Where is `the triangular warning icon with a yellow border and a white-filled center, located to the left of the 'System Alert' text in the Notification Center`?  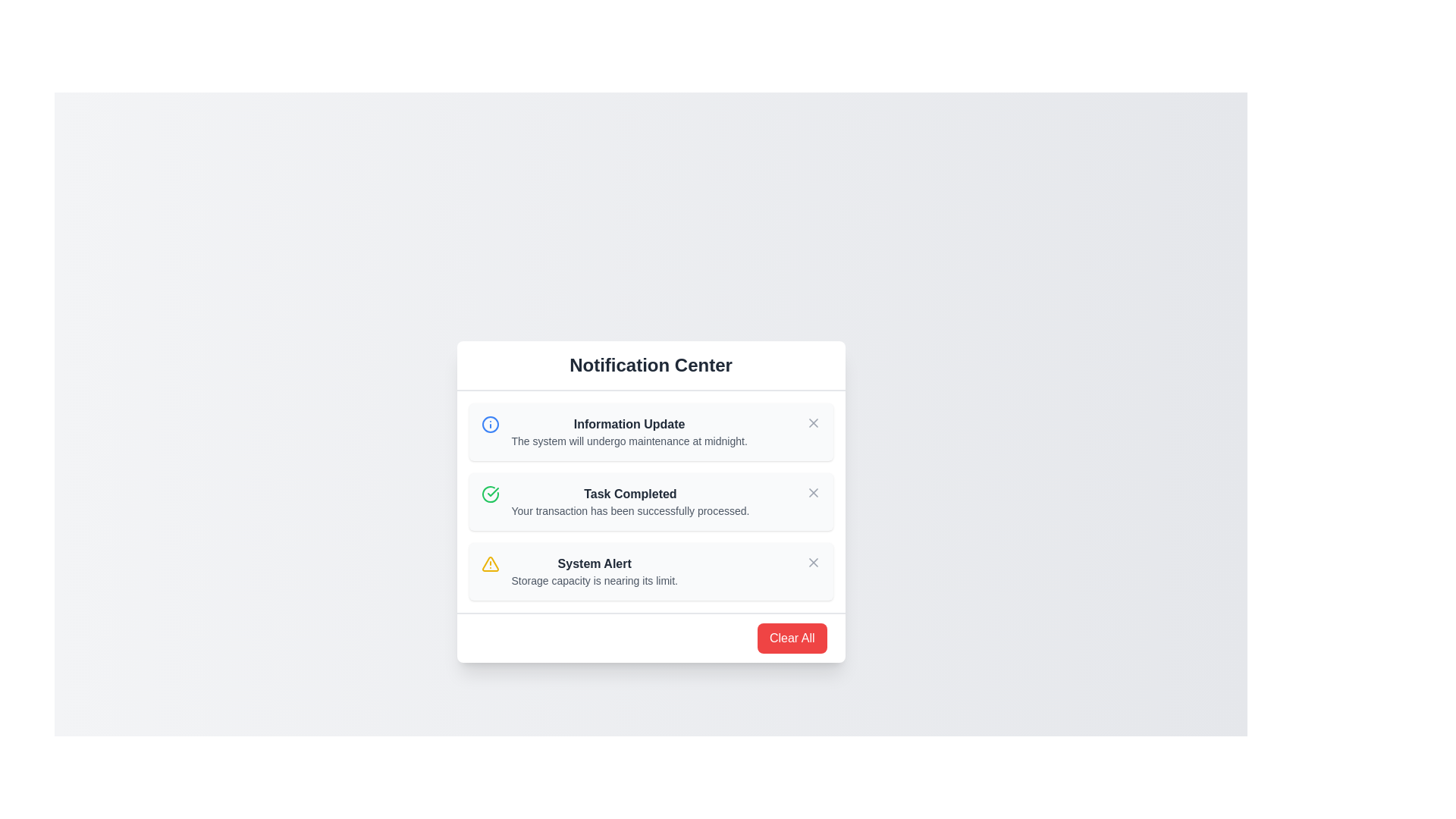
the triangular warning icon with a yellow border and a white-filled center, located to the left of the 'System Alert' text in the Notification Center is located at coordinates (490, 564).